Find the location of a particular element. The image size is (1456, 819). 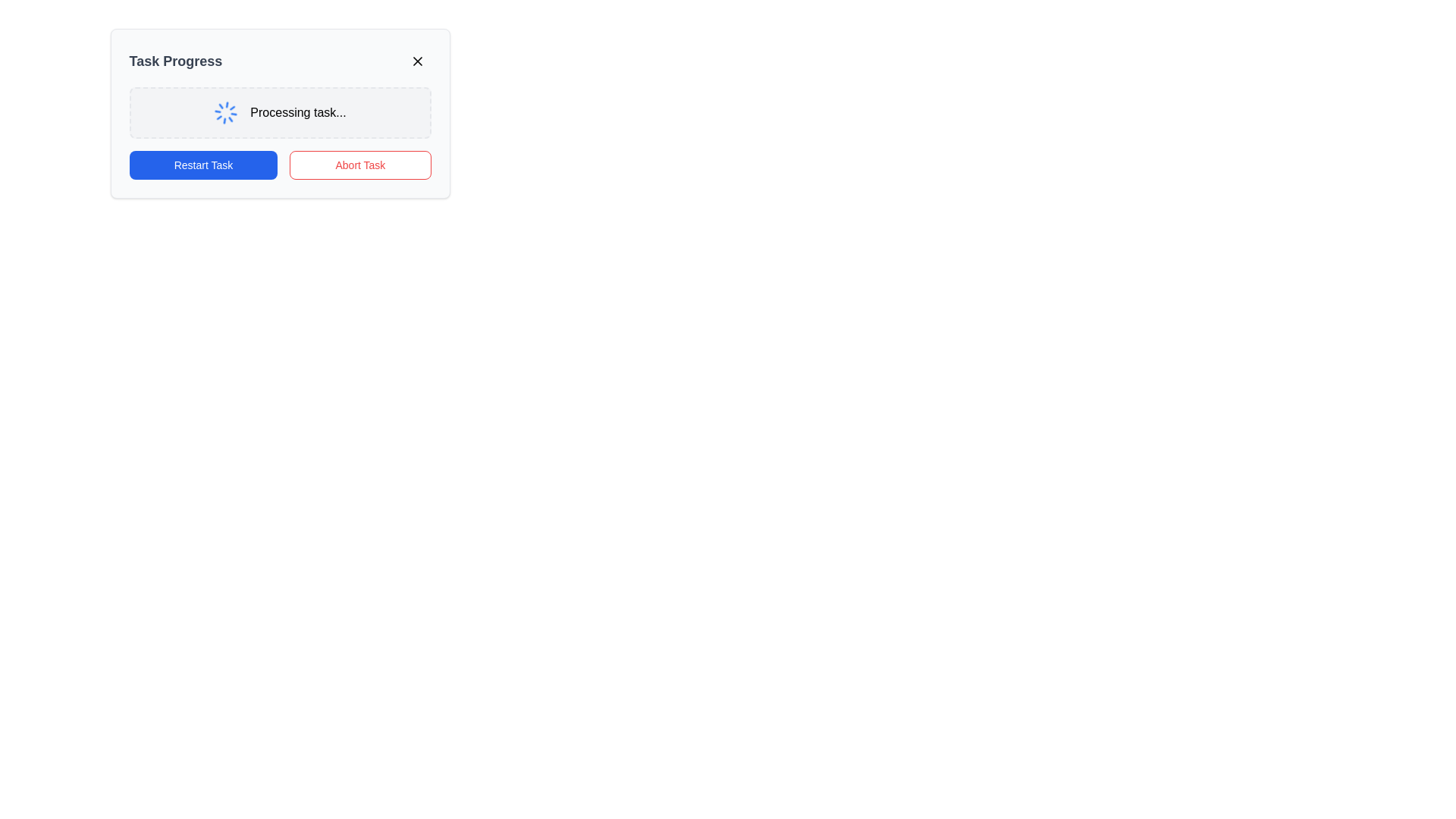

the close button, which is a small, rounded button with a prominent 'X' icon located at the upper right corner of the 'Task Progress' section is located at coordinates (417, 61).